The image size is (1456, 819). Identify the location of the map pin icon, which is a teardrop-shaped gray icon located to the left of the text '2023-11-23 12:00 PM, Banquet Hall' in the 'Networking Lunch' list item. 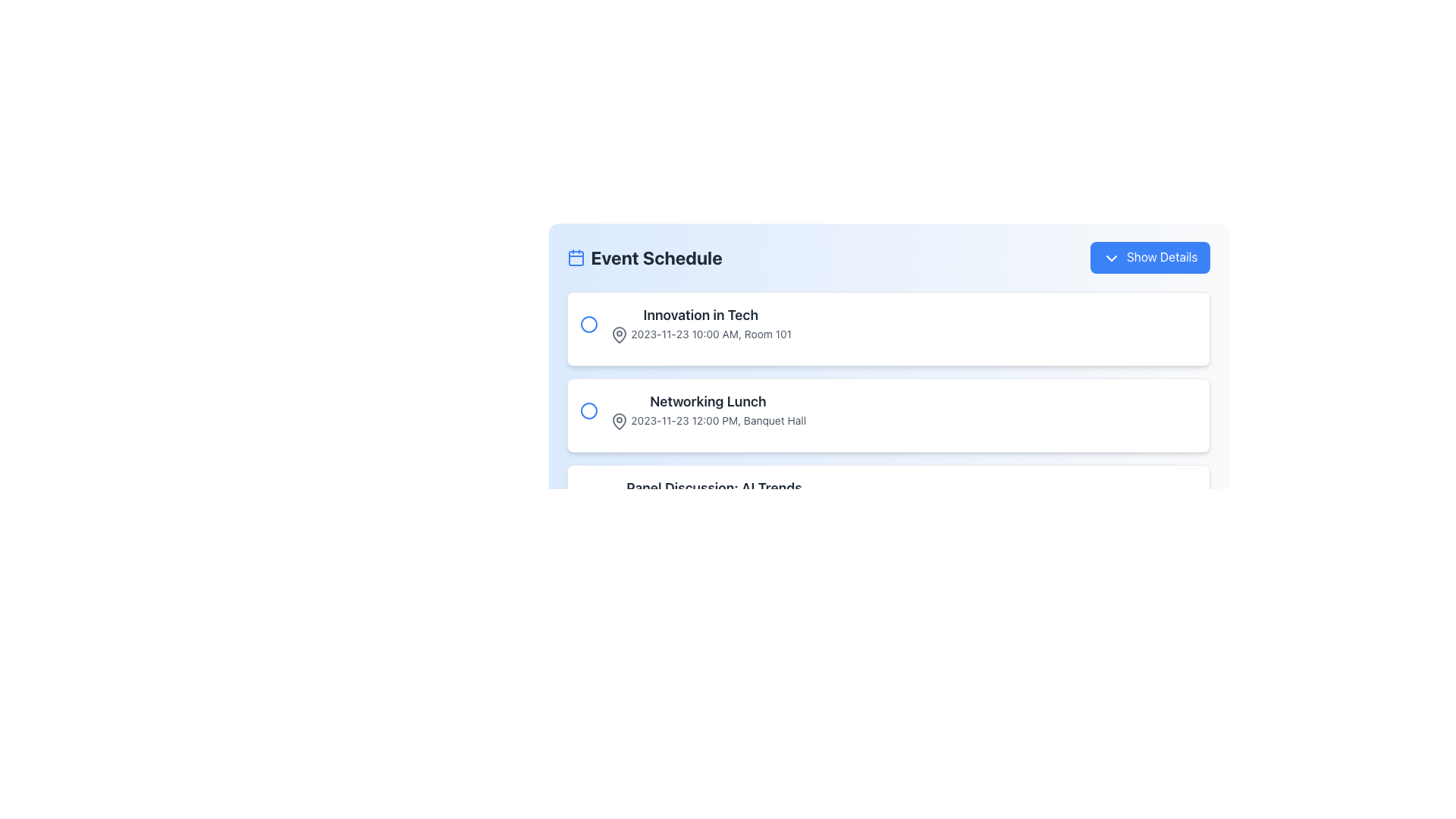
(619, 421).